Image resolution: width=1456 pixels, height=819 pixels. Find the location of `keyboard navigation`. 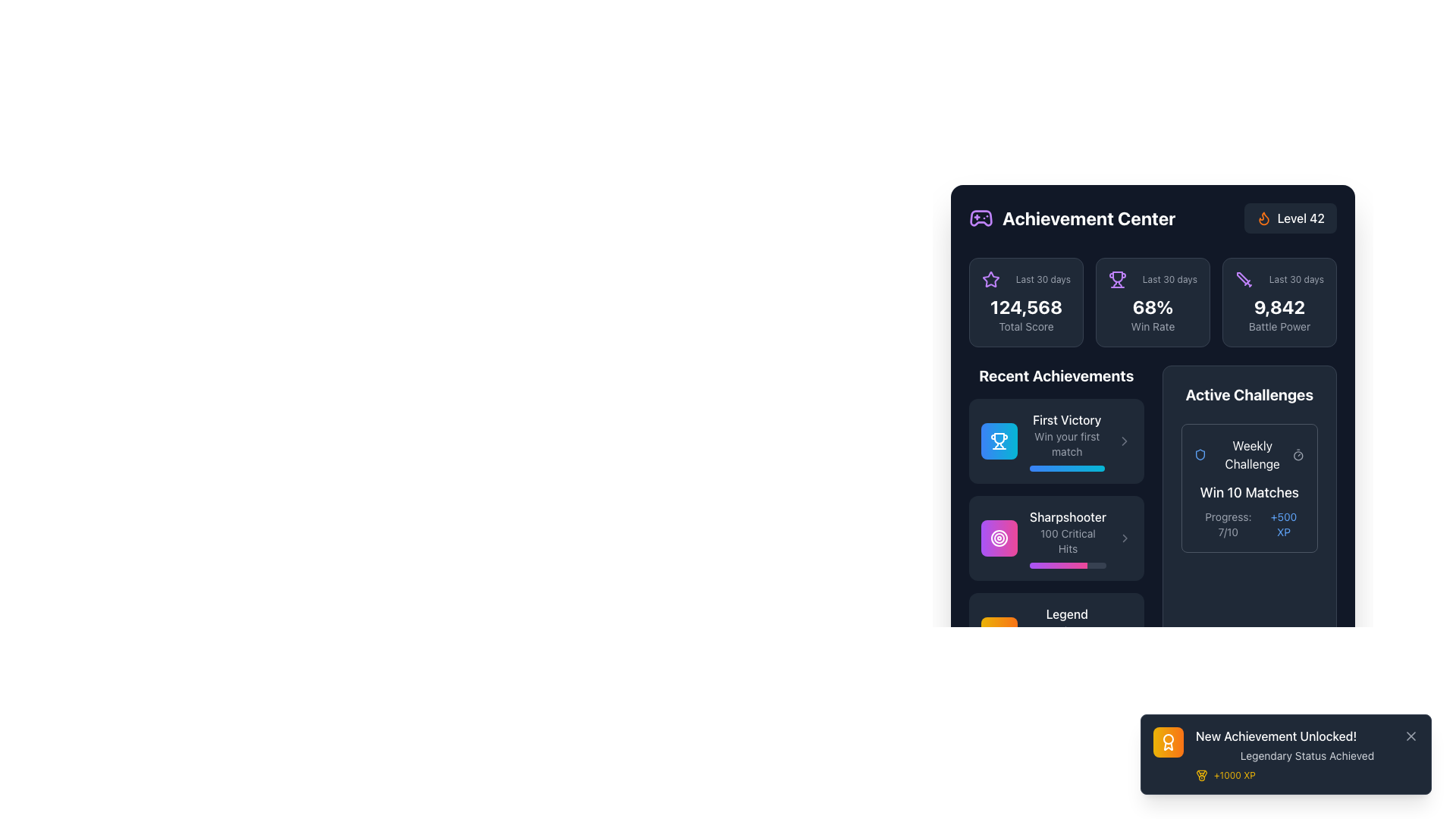

keyboard navigation is located at coordinates (1124, 441).